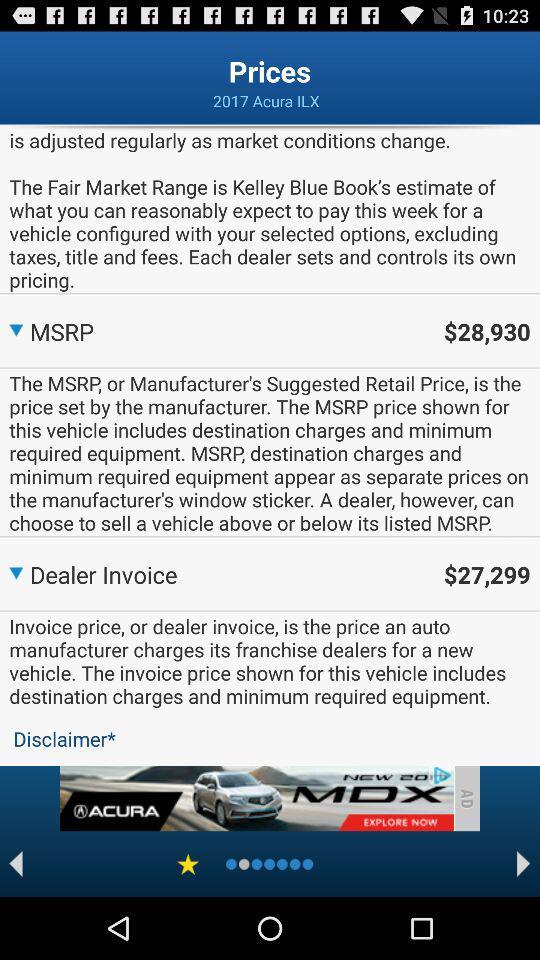 The height and width of the screenshot is (960, 540). Describe the element at coordinates (188, 924) in the screenshot. I see `the star icon` at that location.